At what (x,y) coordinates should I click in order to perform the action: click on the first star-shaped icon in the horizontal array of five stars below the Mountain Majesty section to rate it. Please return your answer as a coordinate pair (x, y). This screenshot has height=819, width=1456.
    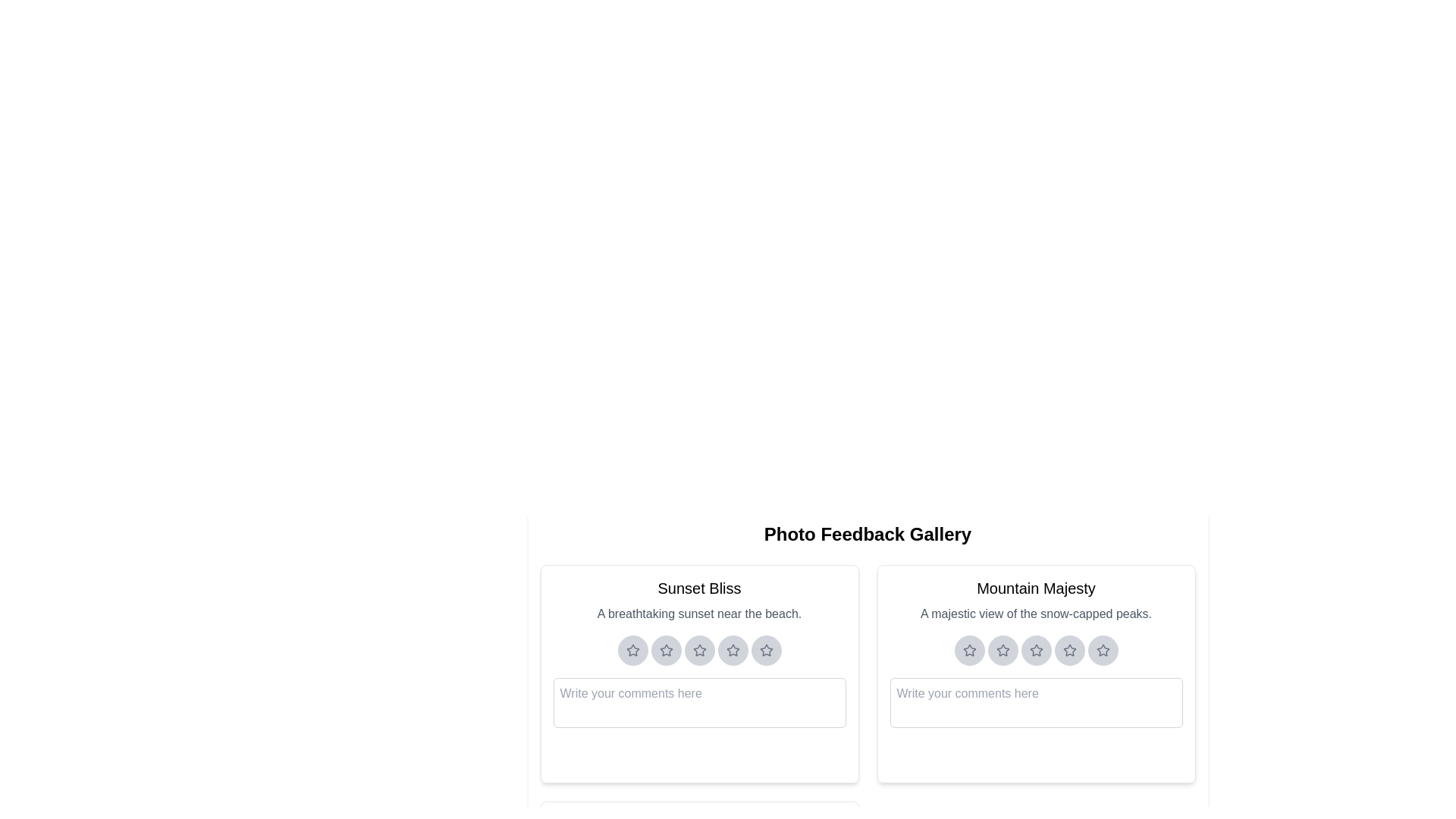
    Looking at the image, I should click on (968, 648).